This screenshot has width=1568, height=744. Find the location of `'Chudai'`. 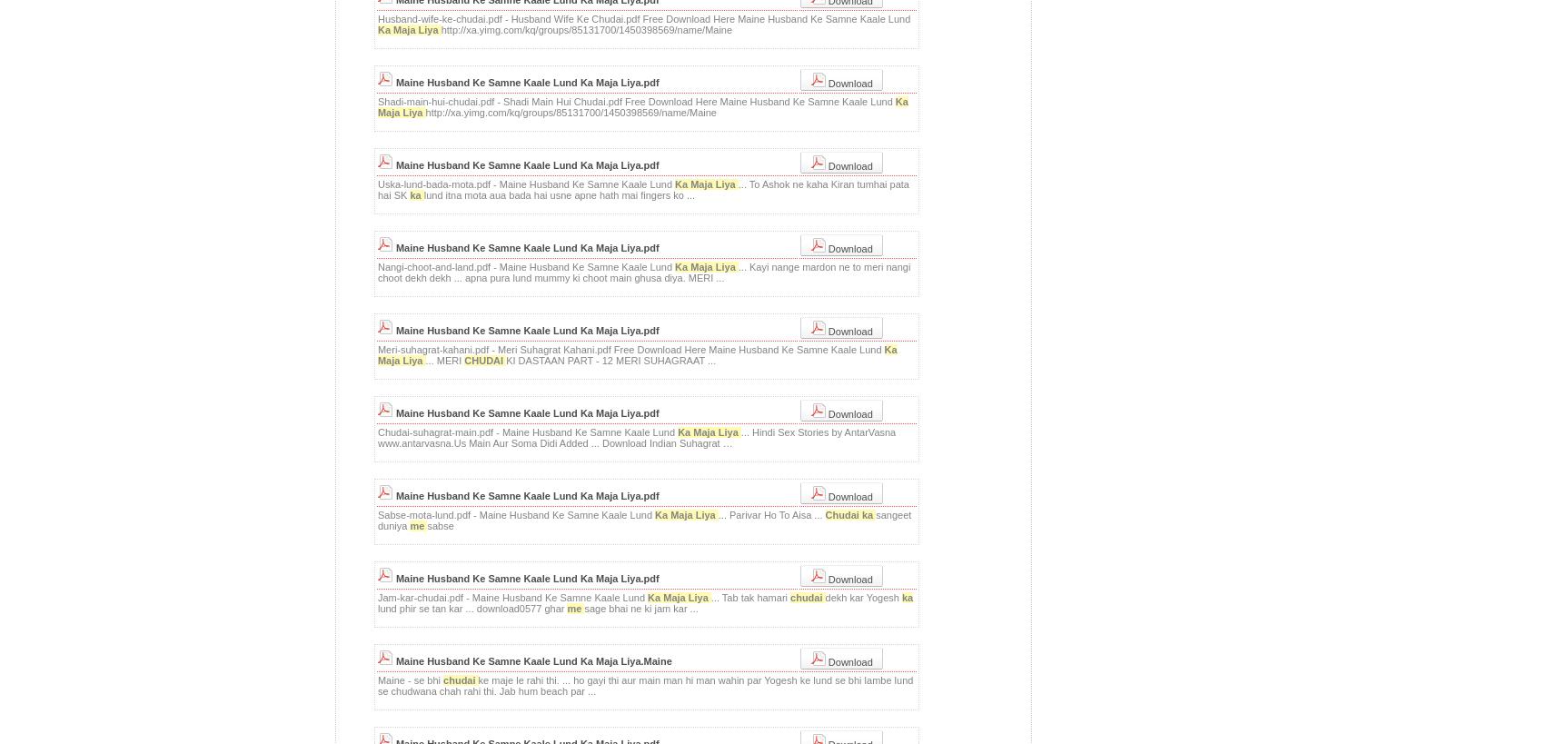

'Chudai' is located at coordinates (843, 514).